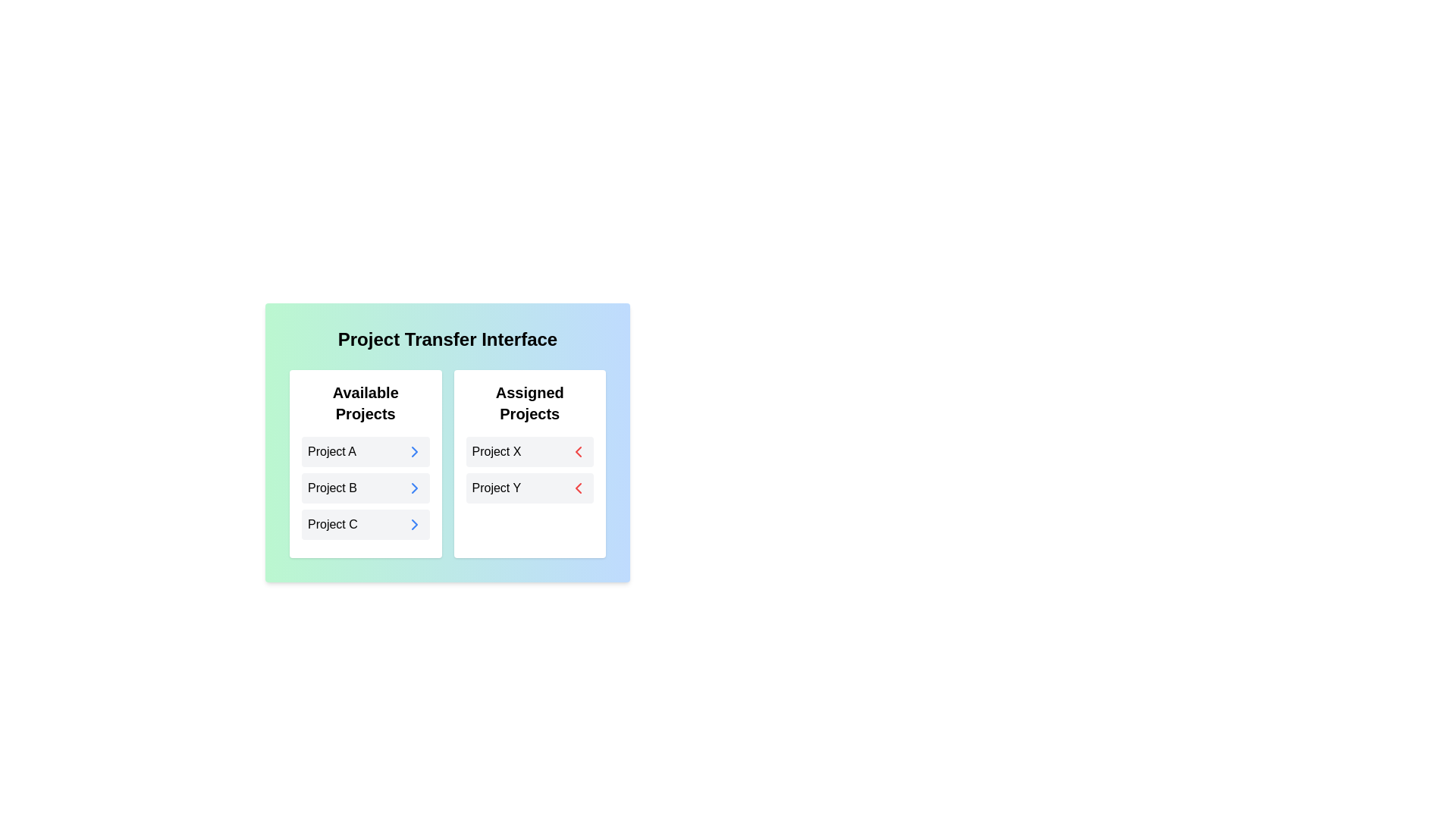 The height and width of the screenshot is (819, 1456). What do you see at coordinates (366, 488) in the screenshot?
I see `the second item in the list of available projects, labeled 'Project B'` at bounding box center [366, 488].